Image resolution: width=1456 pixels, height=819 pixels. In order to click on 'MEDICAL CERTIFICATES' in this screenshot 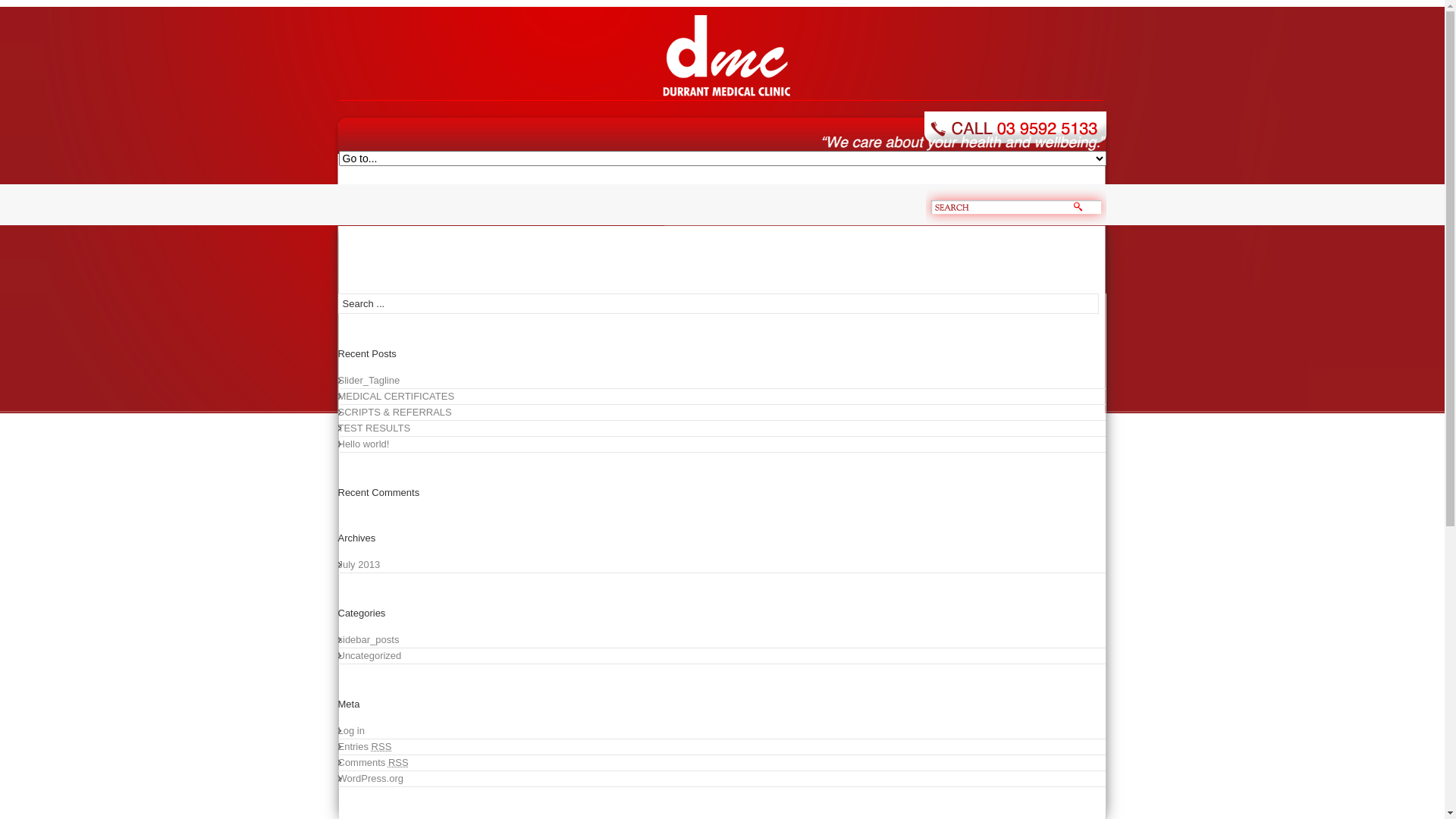, I will do `click(337, 396)`.